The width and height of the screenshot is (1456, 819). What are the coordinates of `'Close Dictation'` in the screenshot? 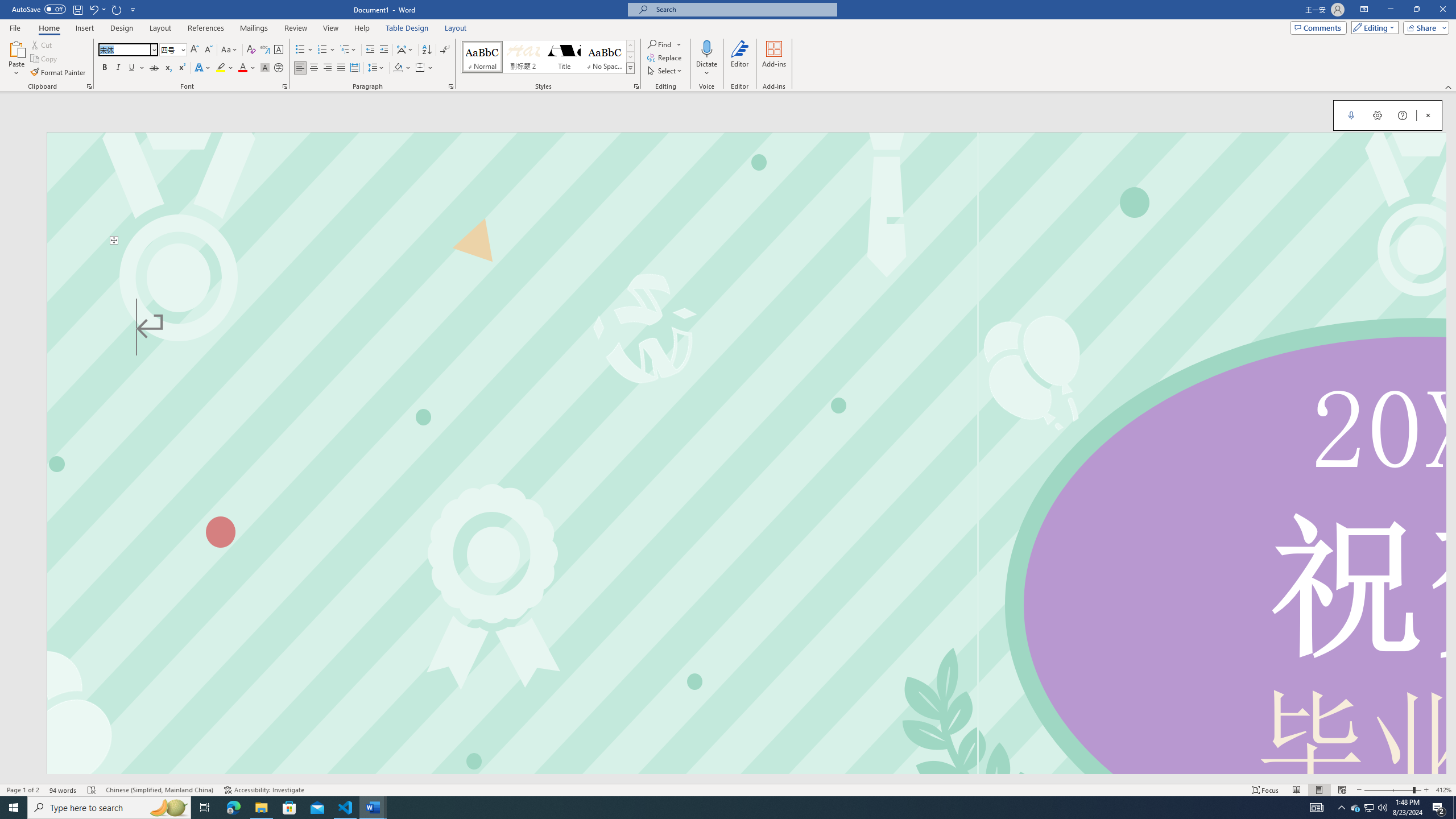 It's located at (1428, 115).